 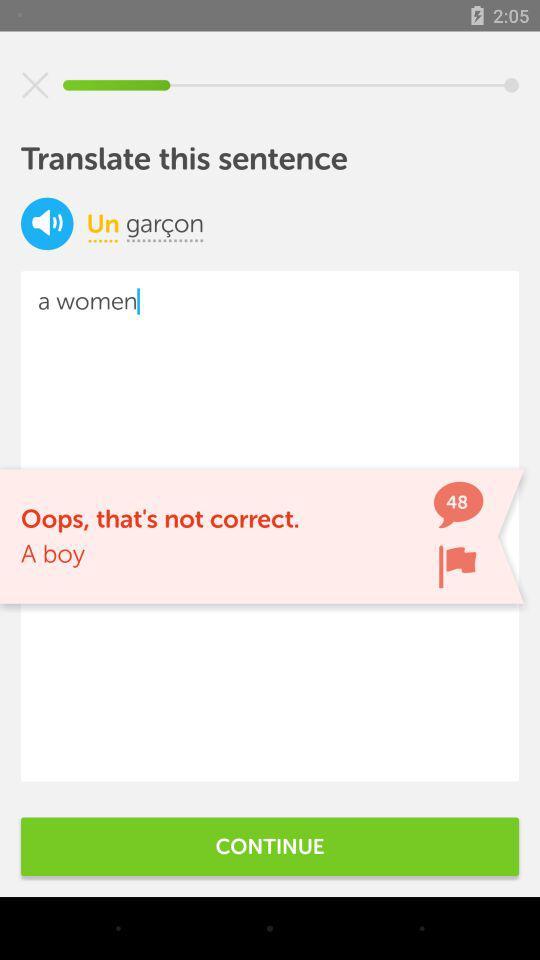 What do you see at coordinates (270, 845) in the screenshot?
I see `continue item` at bounding box center [270, 845].